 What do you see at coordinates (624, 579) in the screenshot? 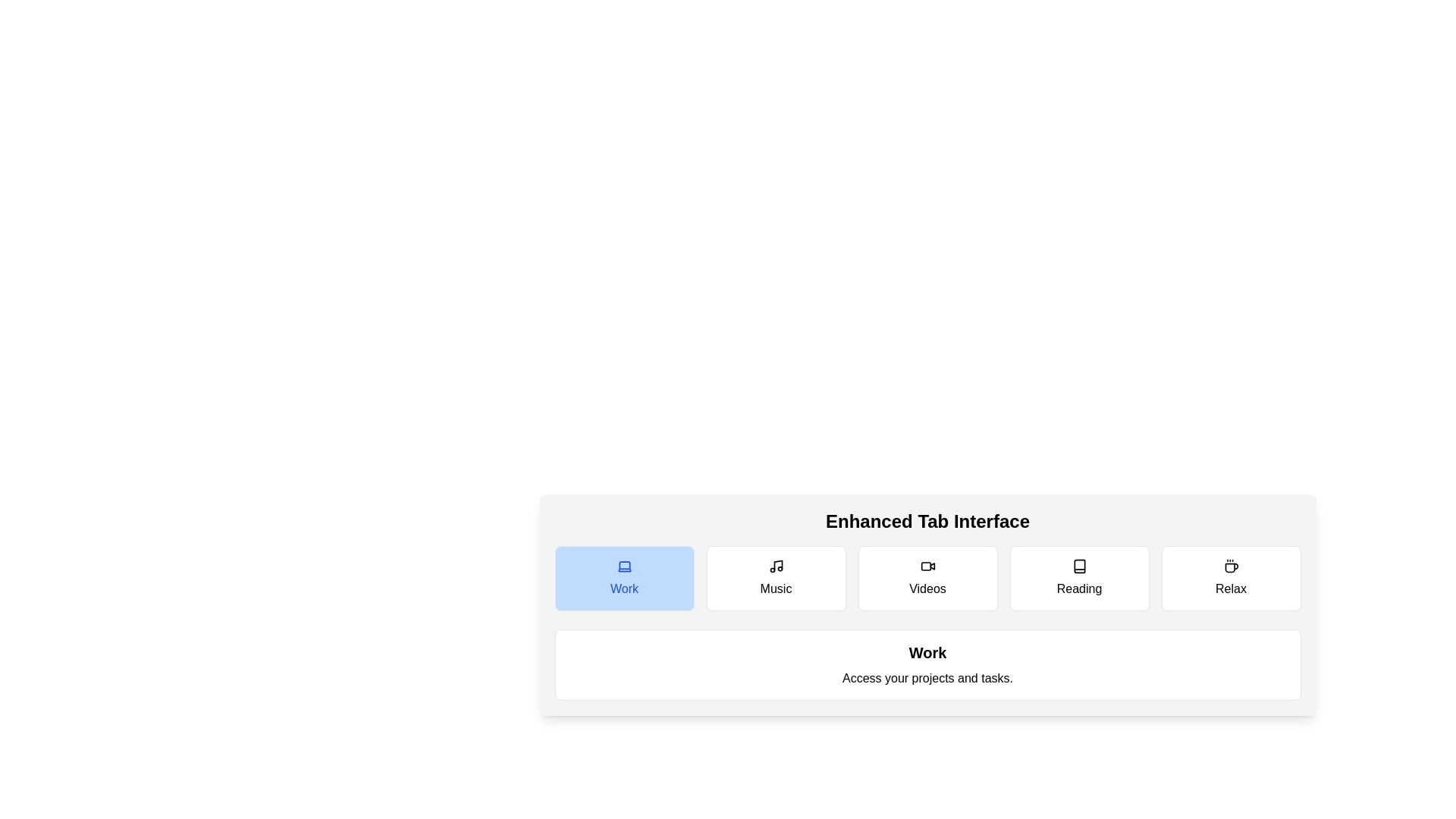
I see `the tab button labeled Work to observe its hover effect` at bounding box center [624, 579].